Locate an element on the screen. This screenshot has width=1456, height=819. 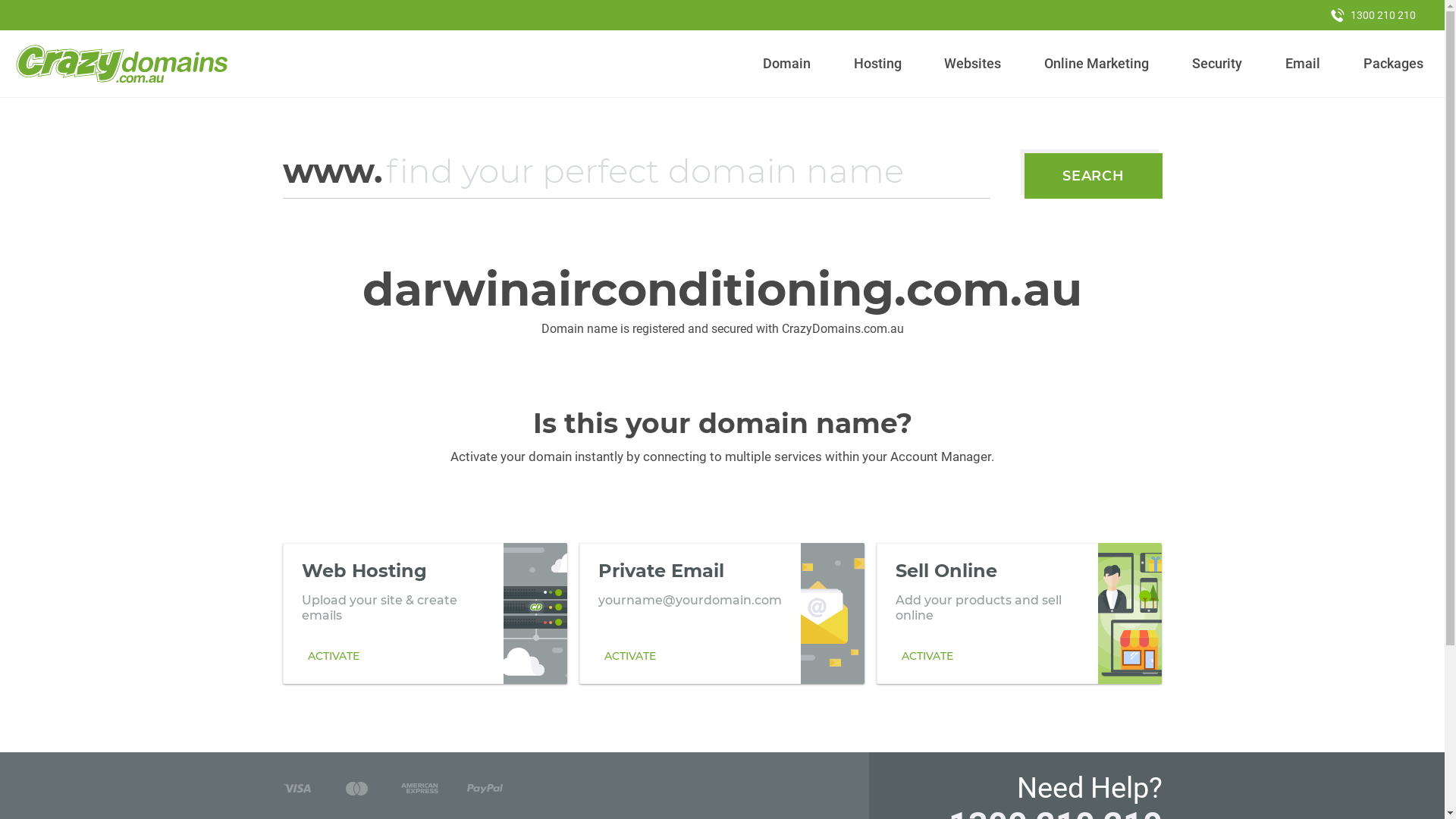
'Packages' is located at coordinates (1393, 63).